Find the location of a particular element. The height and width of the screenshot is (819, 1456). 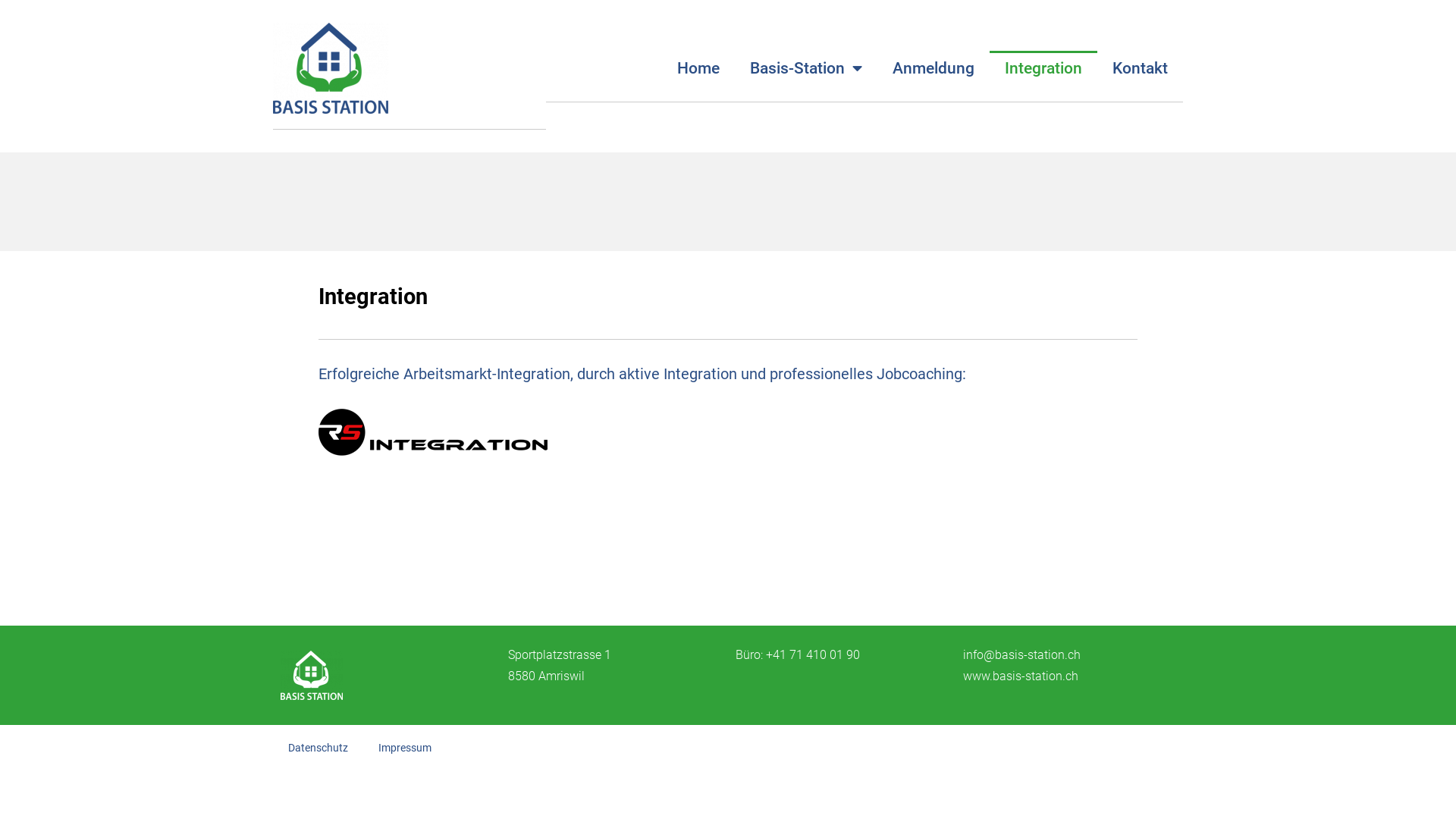

'Kontakt' is located at coordinates (1140, 67).